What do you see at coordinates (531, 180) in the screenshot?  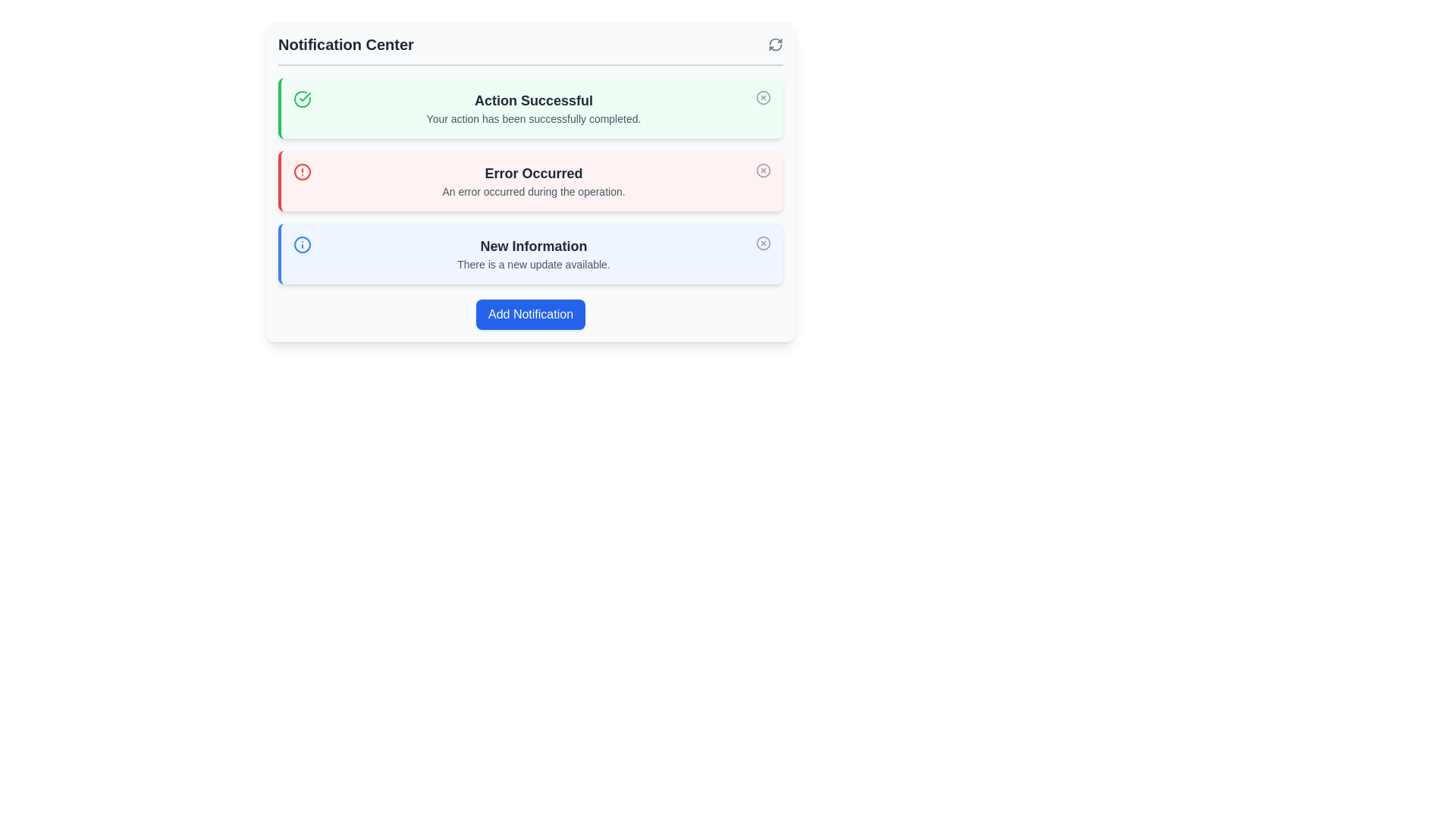 I see `the individual notifications in the notification section` at bounding box center [531, 180].